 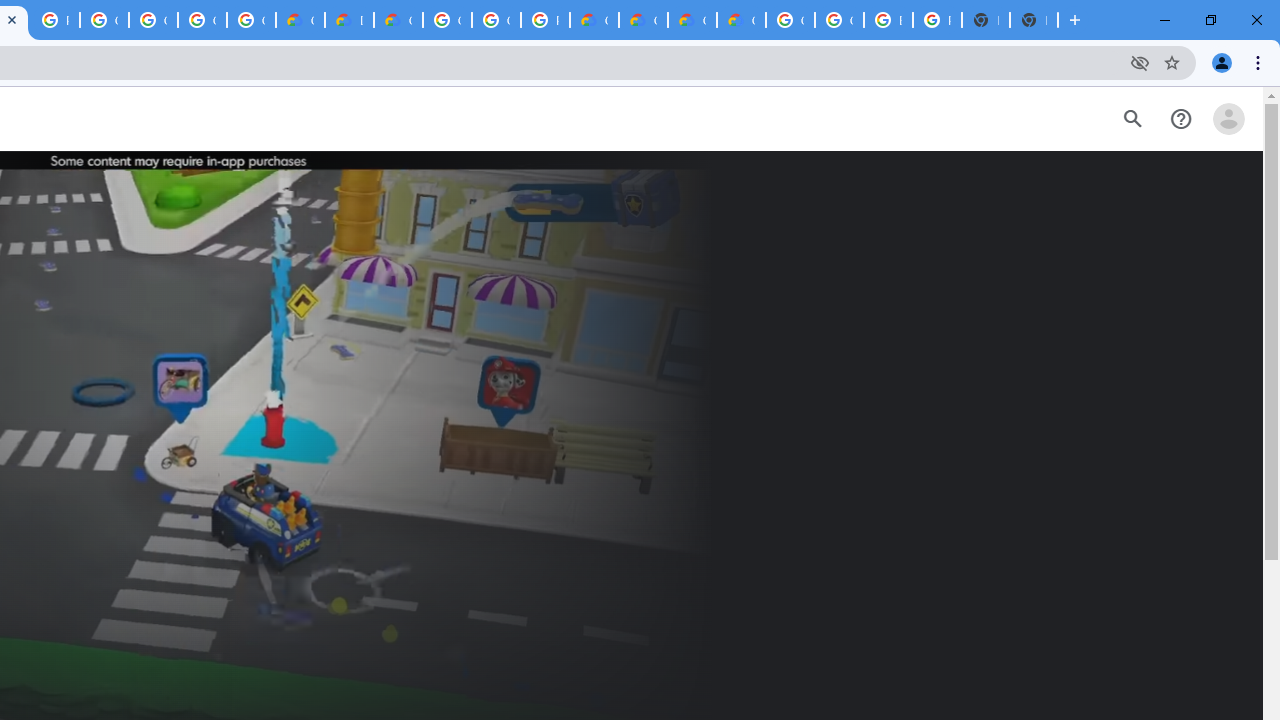 What do you see at coordinates (1139, 61) in the screenshot?
I see `'Third-party cookies blocked'` at bounding box center [1139, 61].